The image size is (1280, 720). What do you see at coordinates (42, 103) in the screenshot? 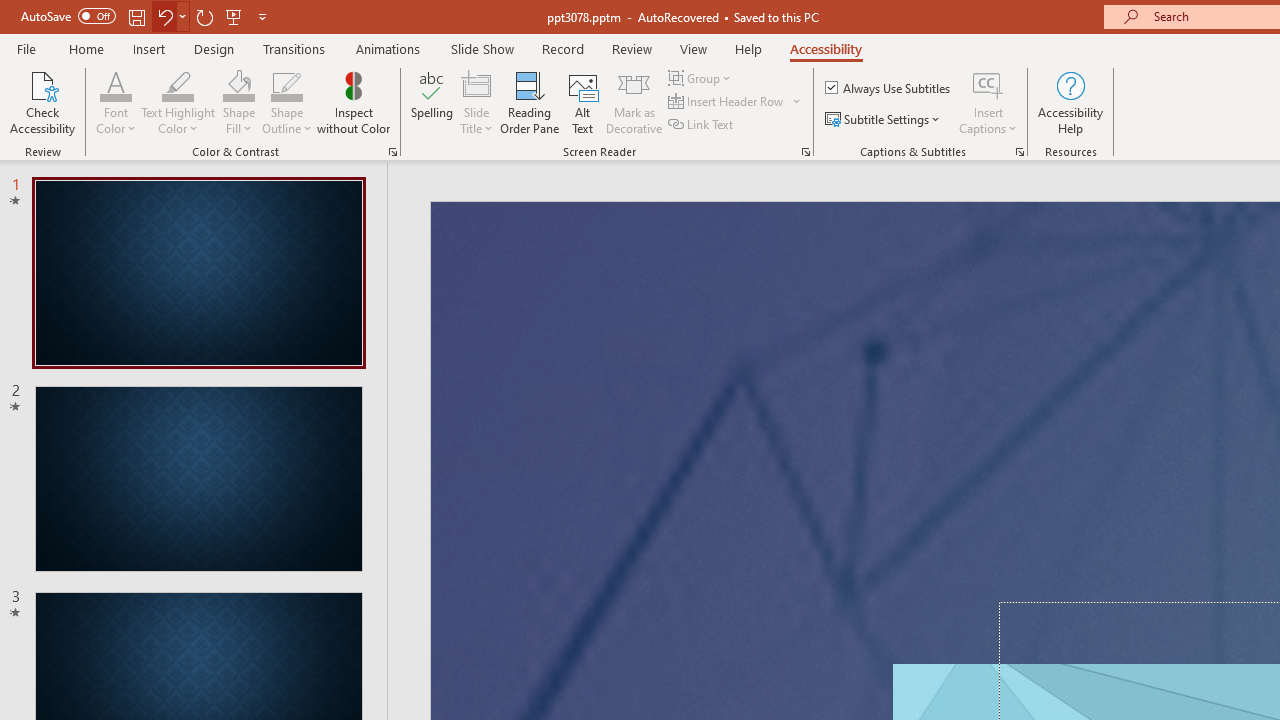
I see `'Check Accessibility'` at bounding box center [42, 103].